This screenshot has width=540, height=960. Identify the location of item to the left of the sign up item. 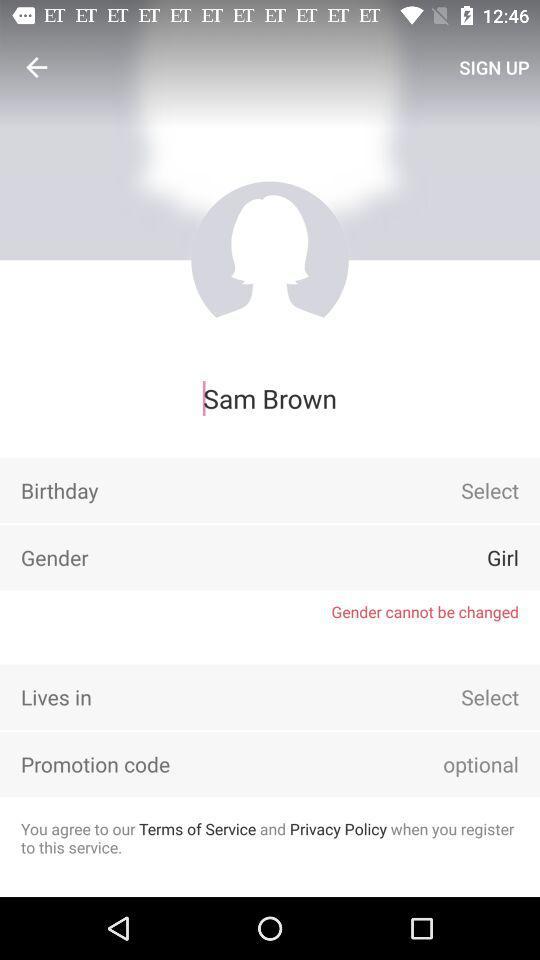
(36, 67).